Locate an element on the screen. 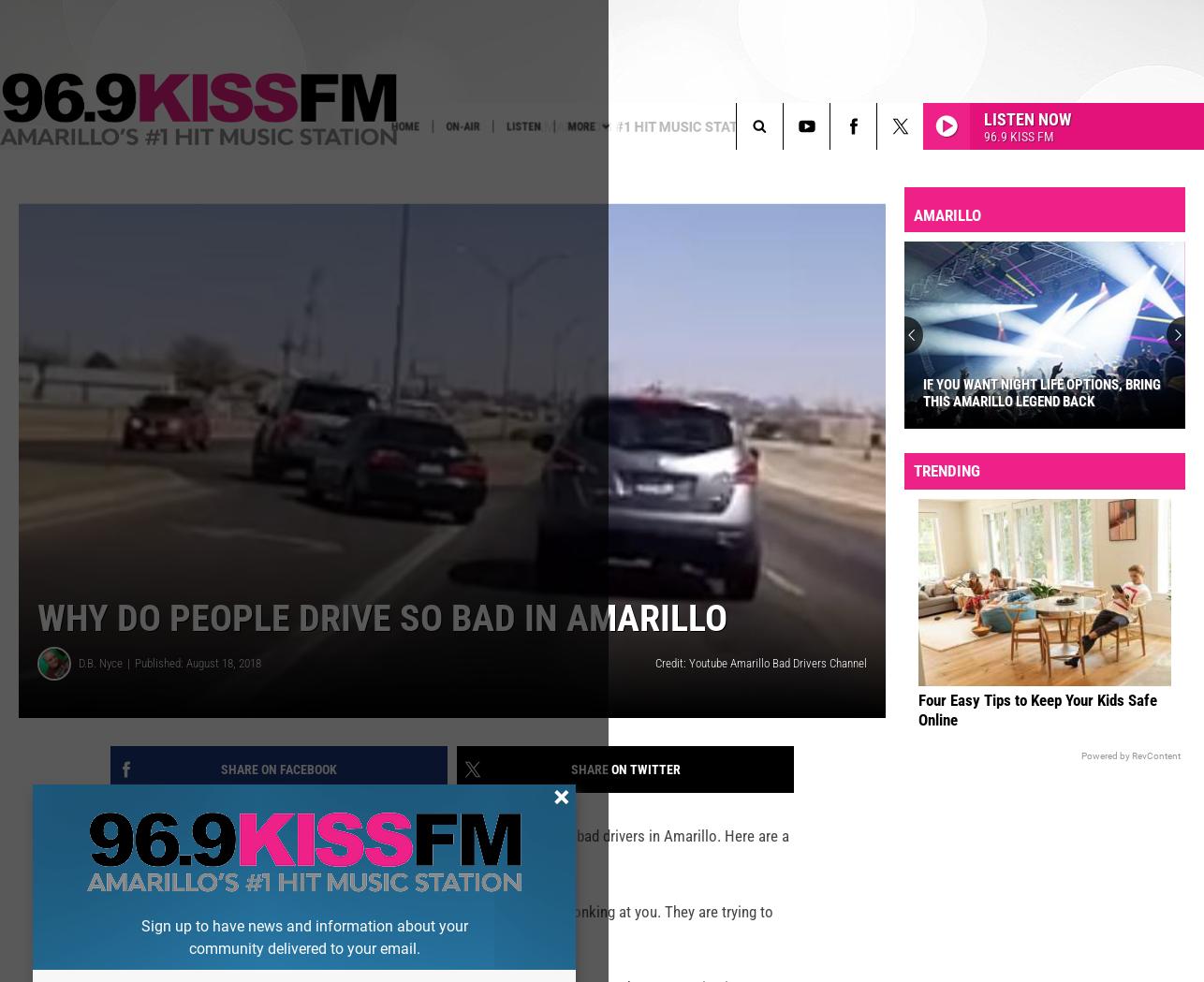  'Share on Facebook' is located at coordinates (278, 799).